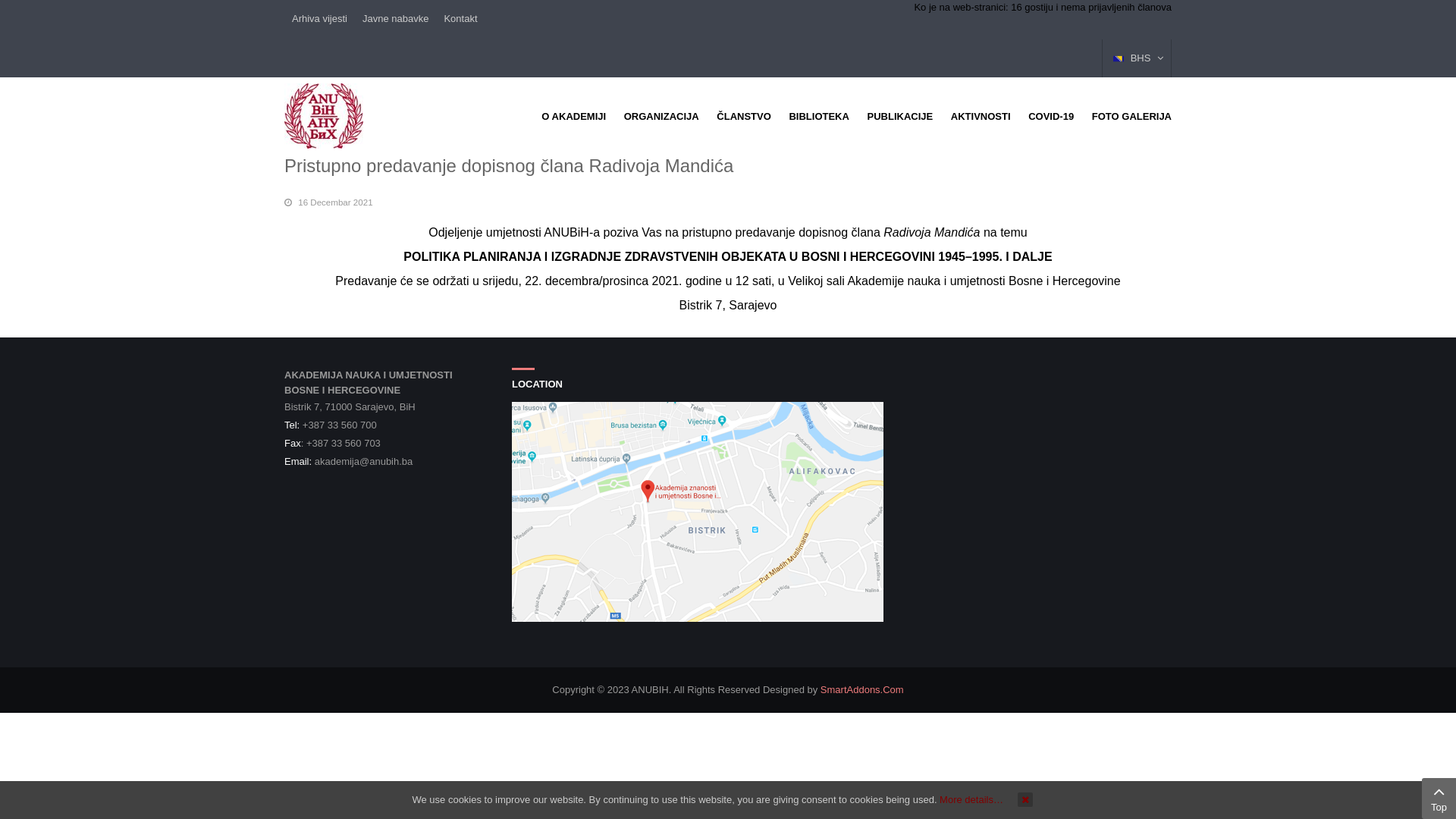  Describe the element at coordinates (661, 116) in the screenshot. I see `'ORGANIZACIJA'` at that location.